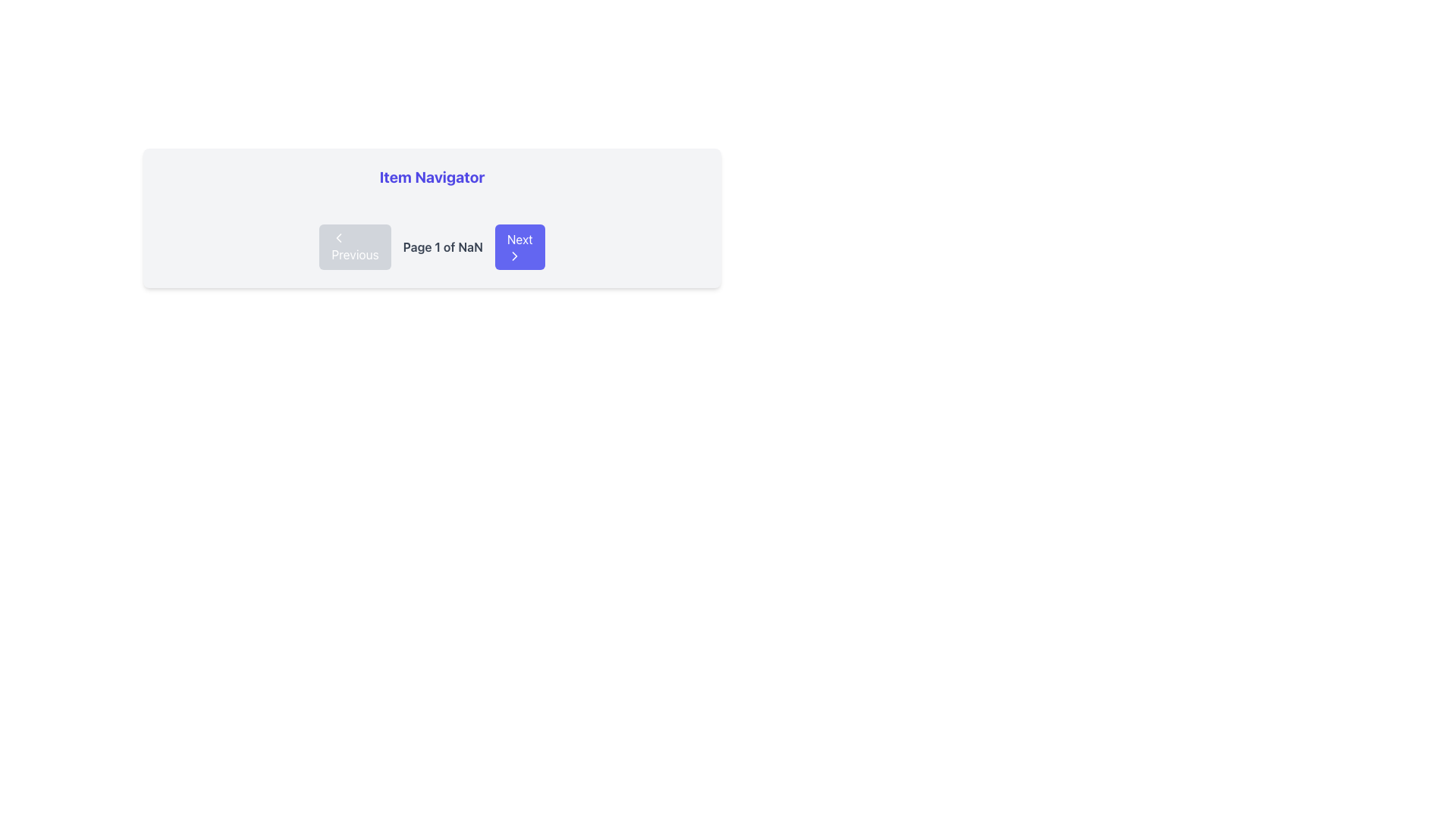  Describe the element at coordinates (514, 256) in the screenshot. I see `the triangular rightward-facing chevron icon embedded in the 'Next' button, located in the navigation area beside the pagination context text` at that location.